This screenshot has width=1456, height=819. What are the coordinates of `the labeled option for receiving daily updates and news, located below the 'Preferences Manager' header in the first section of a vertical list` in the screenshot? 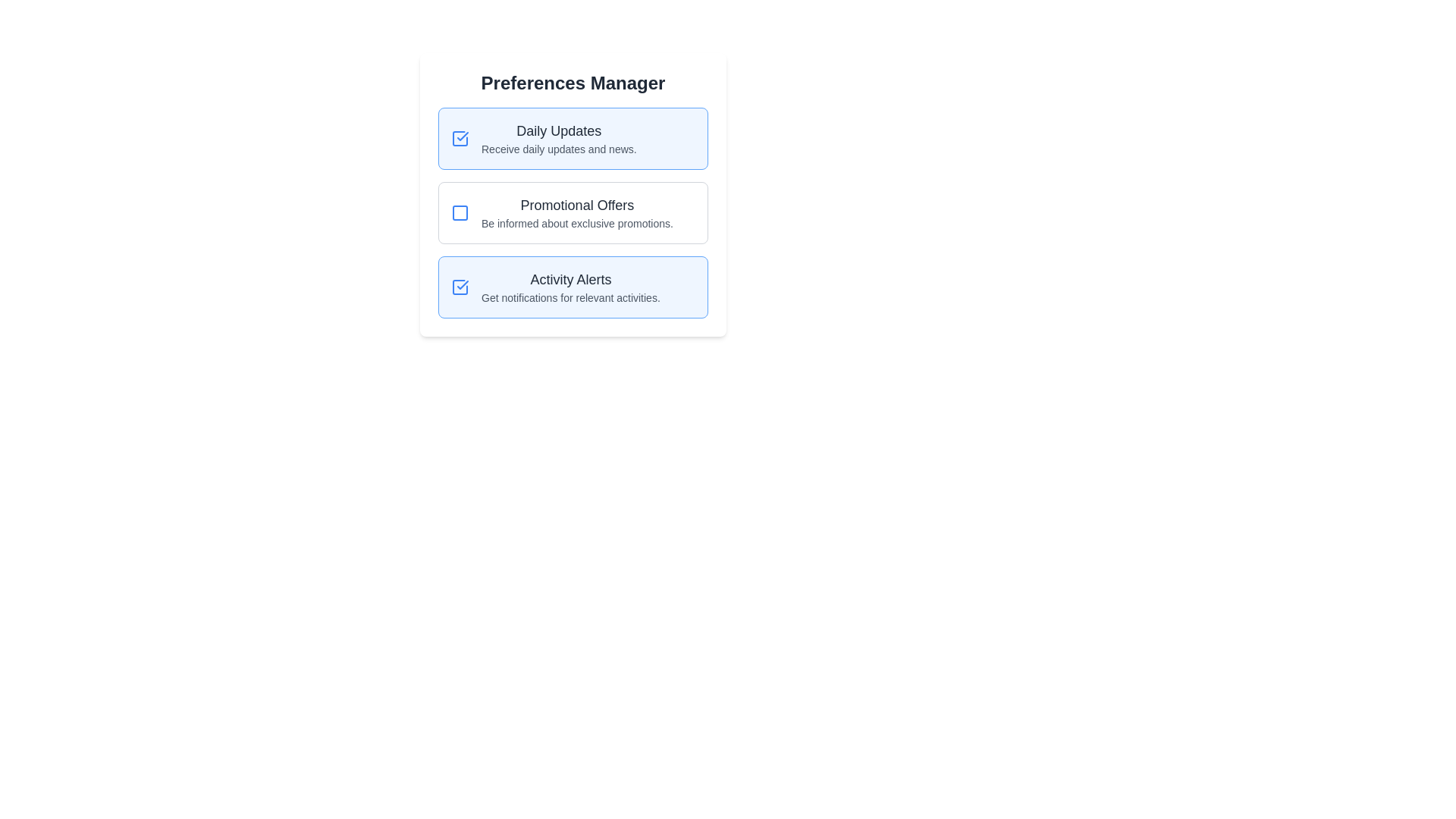 It's located at (558, 138).